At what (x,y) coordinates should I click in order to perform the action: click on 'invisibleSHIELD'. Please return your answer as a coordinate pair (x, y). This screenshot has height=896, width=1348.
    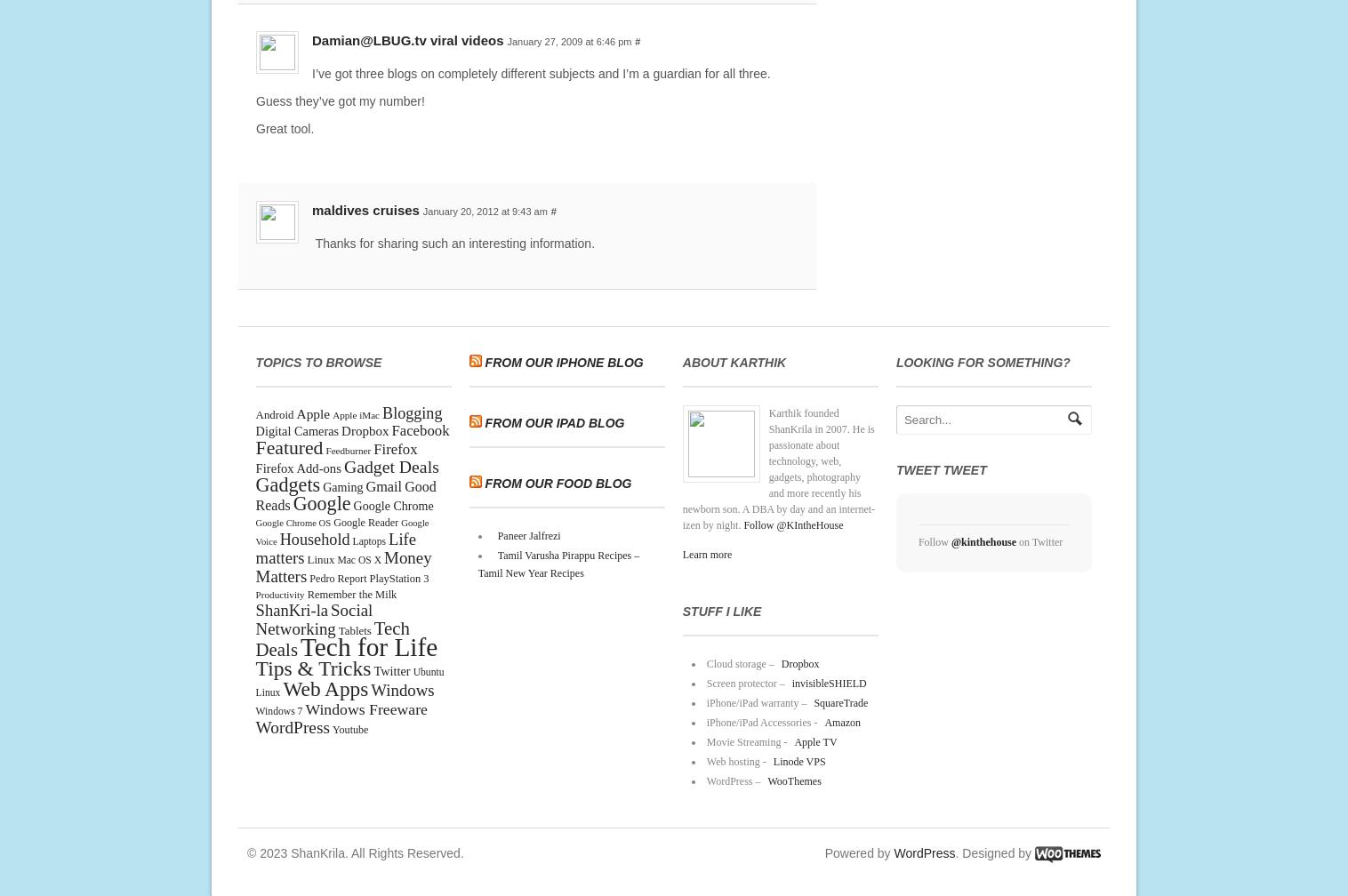
    Looking at the image, I should click on (828, 682).